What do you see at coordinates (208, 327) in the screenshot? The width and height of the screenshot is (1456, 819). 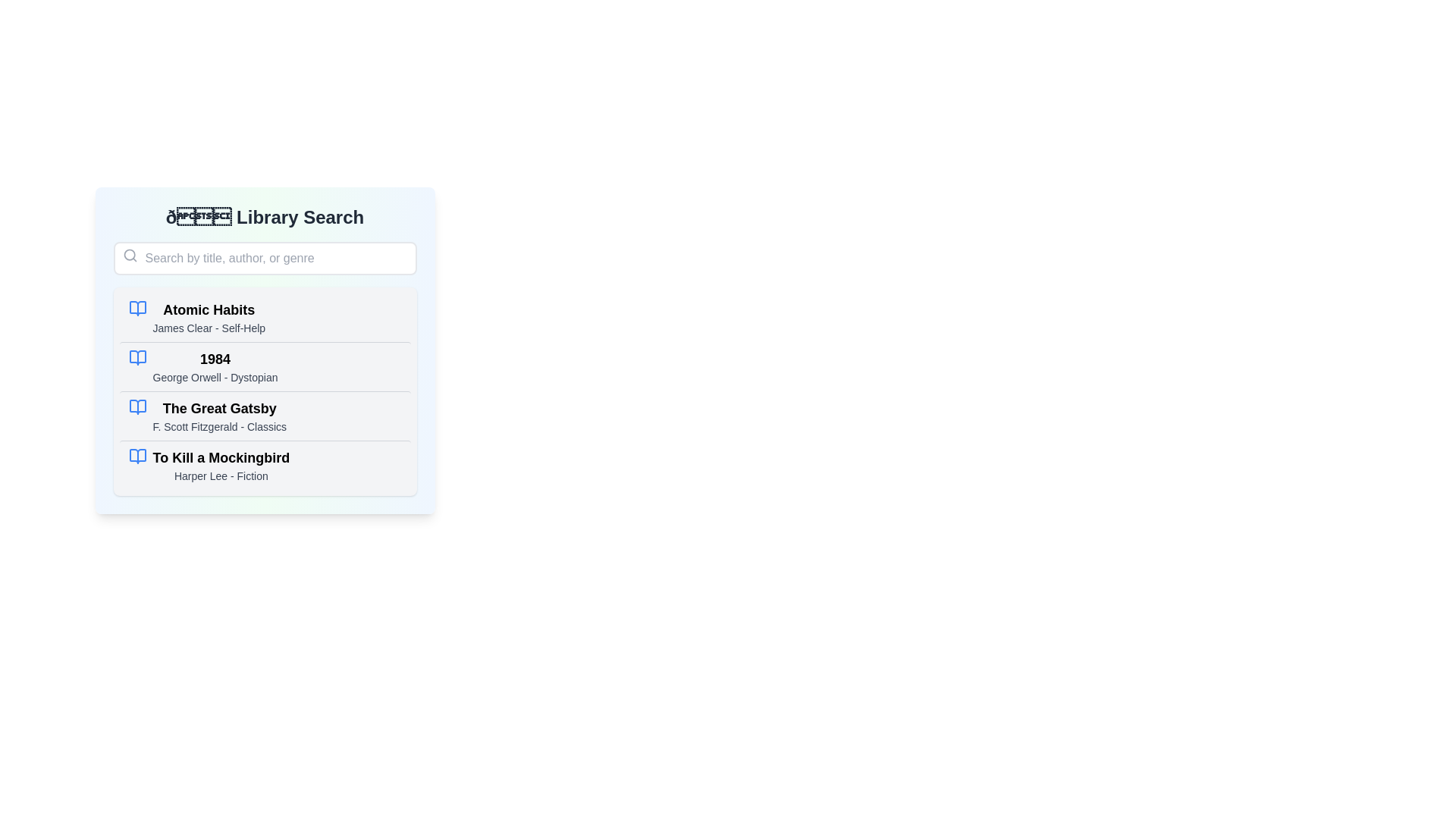 I see `the text label displaying 'James Clear - Self-Help', which is styled in a small gray font and positioned directly below 'Atomic Habits'` at bounding box center [208, 327].